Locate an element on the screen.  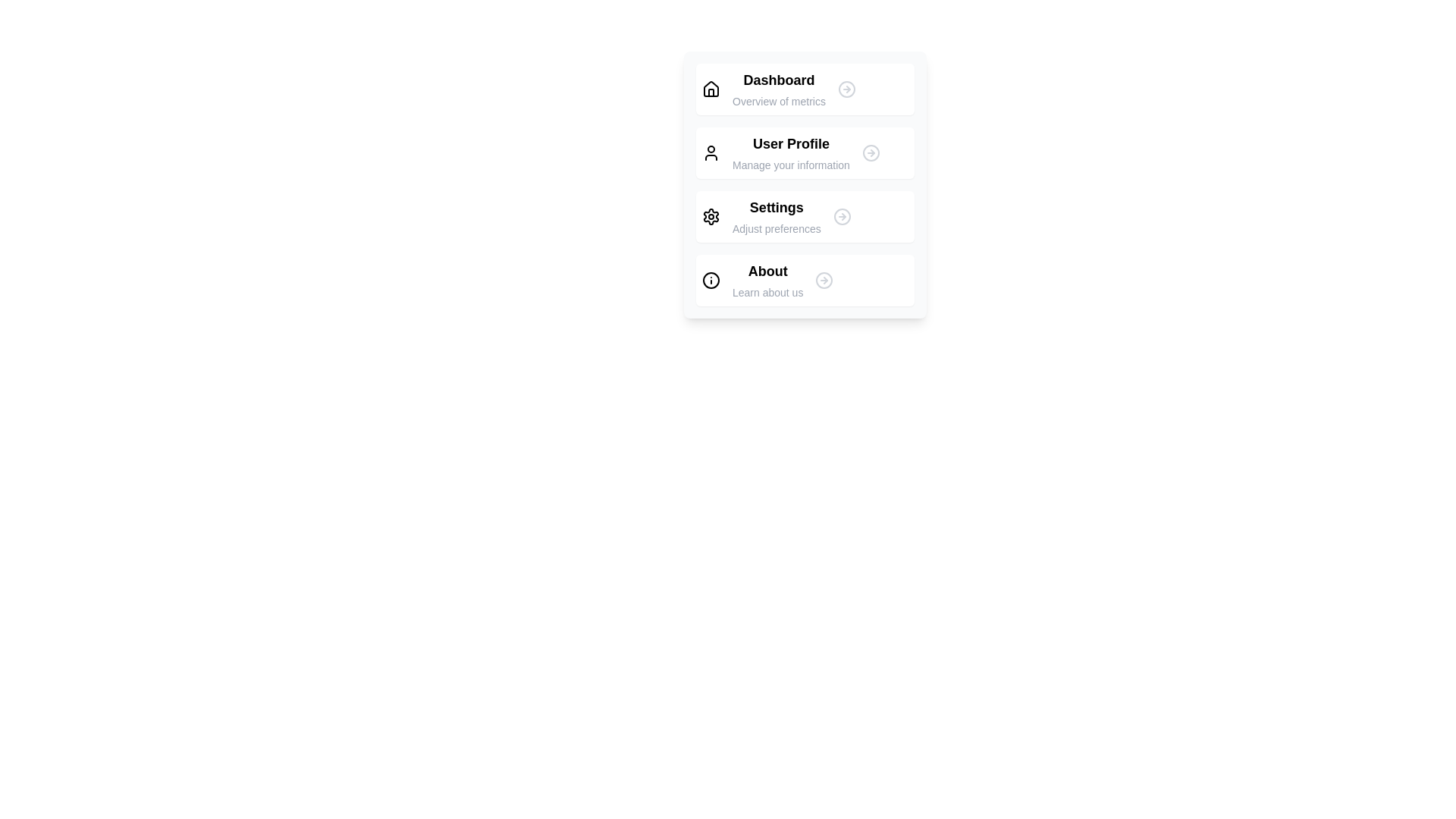
the 'Arrow in a Circle' icon located at the far right of the 'Dashboard' menu option, which is styled in gray tones is located at coordinates (846, 89).